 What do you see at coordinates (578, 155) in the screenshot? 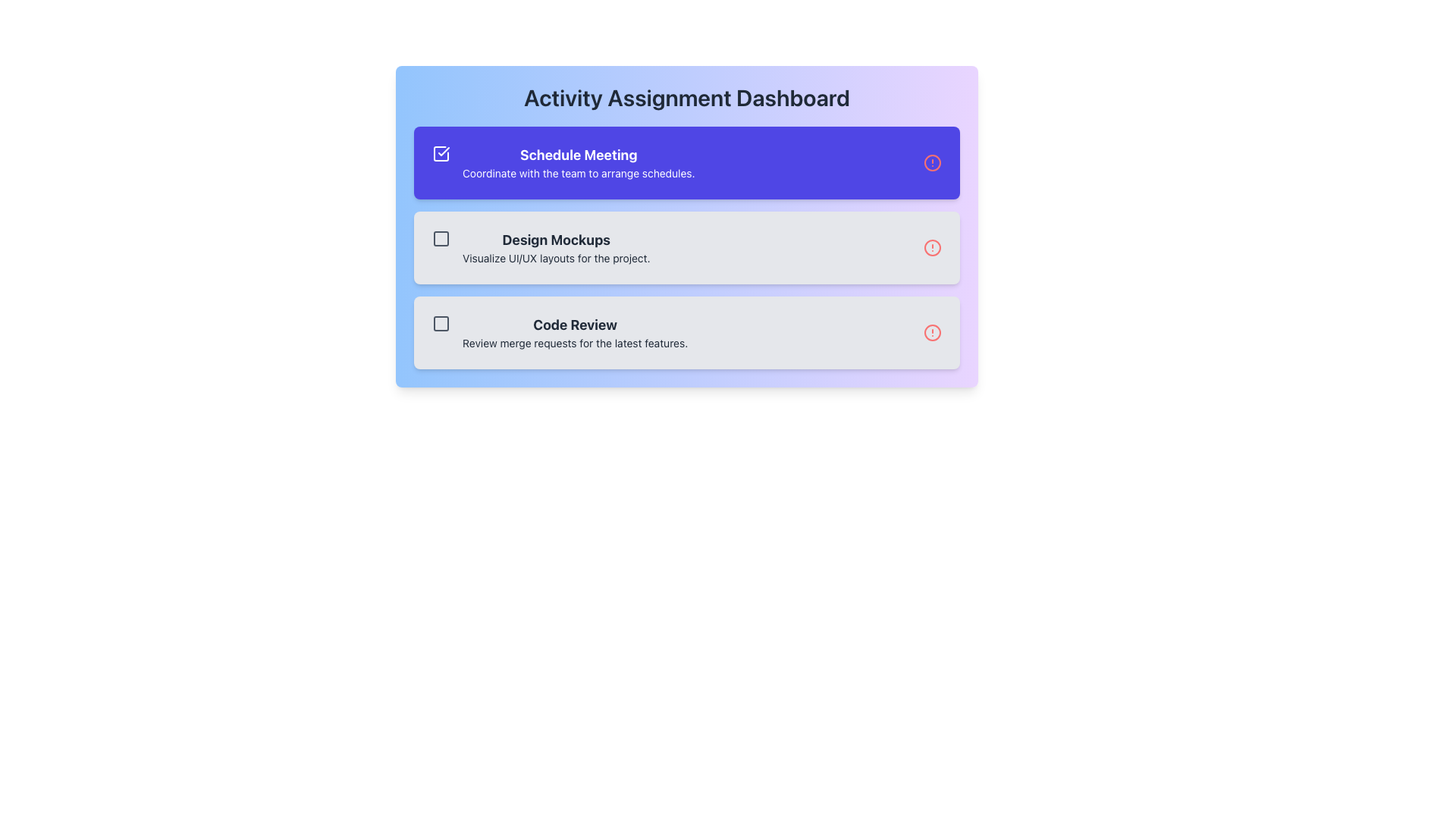
I see `the title text label of the first task item in the activity dashboard, which is located at the top of the first entry card and is part of a purple-colored section` at bounding box center [578, 155].